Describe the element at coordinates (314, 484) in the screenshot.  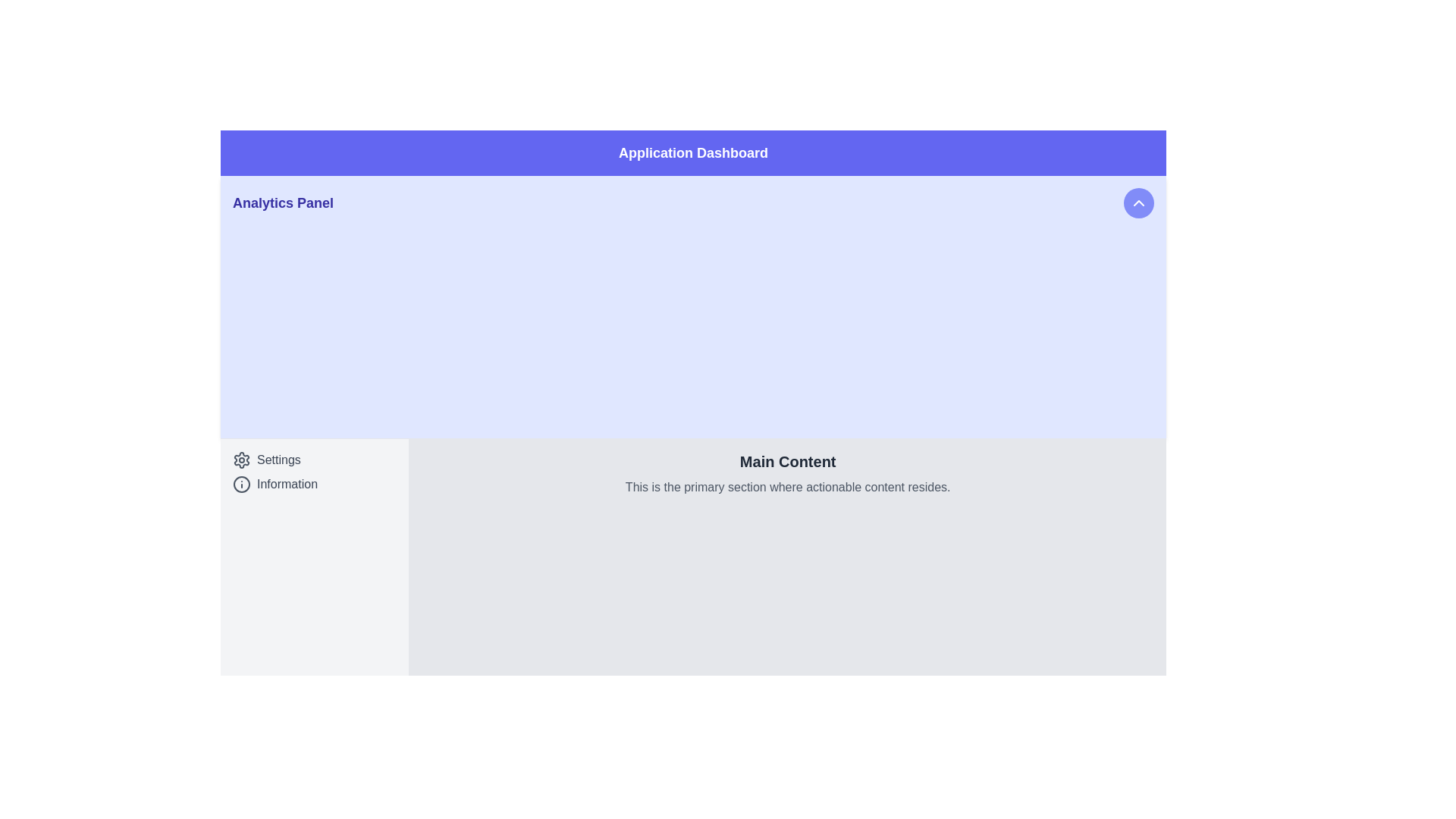
I see `the Navigation link labeled 'Information' which features a circular icon with a small 'i', positioned below the 'Settings' element in the vertical stack on the left-hand side of the interface` at that location.